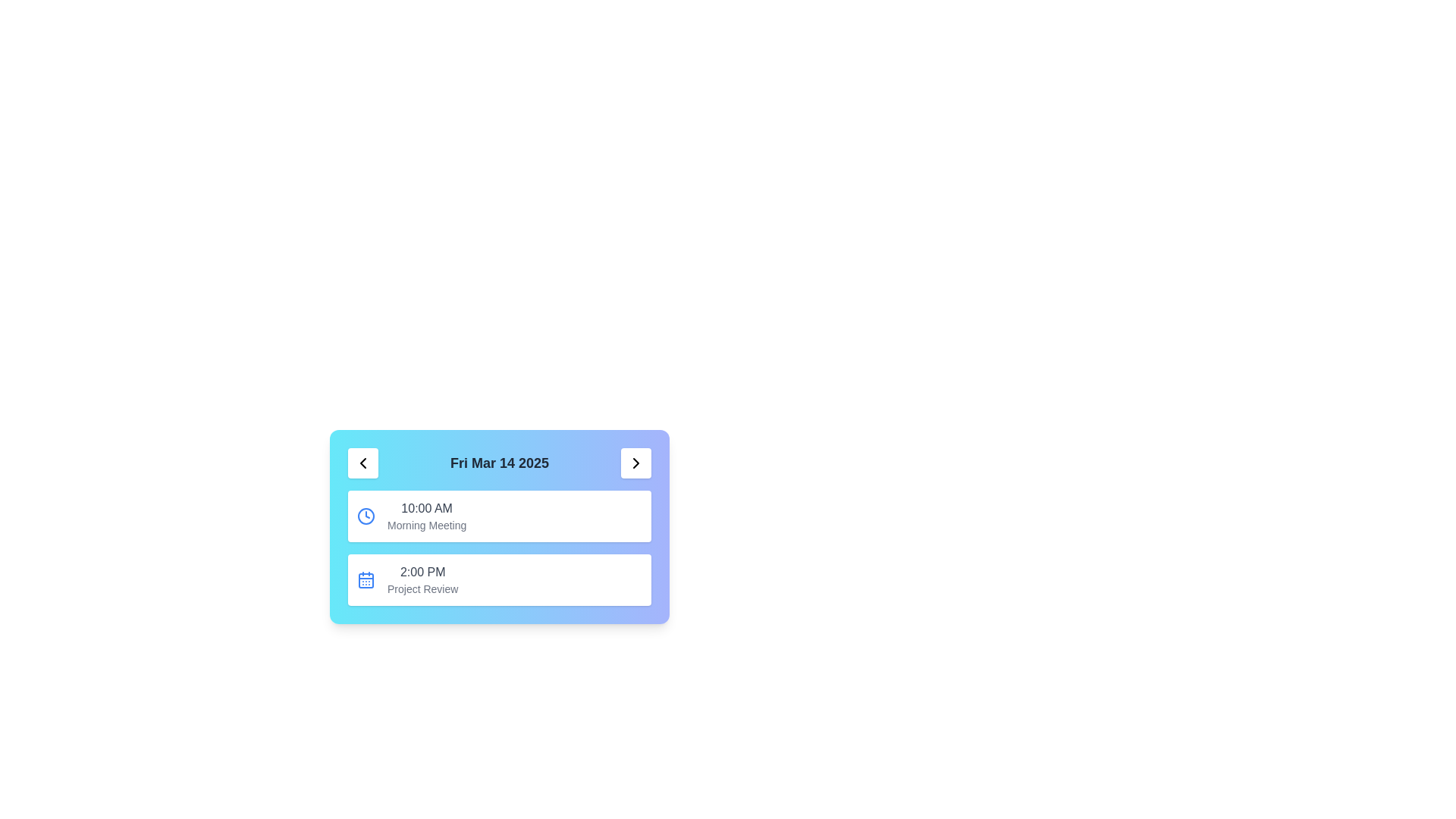  I want to click on the calendar icon located in the second event row labeled '2:00 PM Project Review', which serves as a visual indicator for a scheduled event, so click(366, 579).